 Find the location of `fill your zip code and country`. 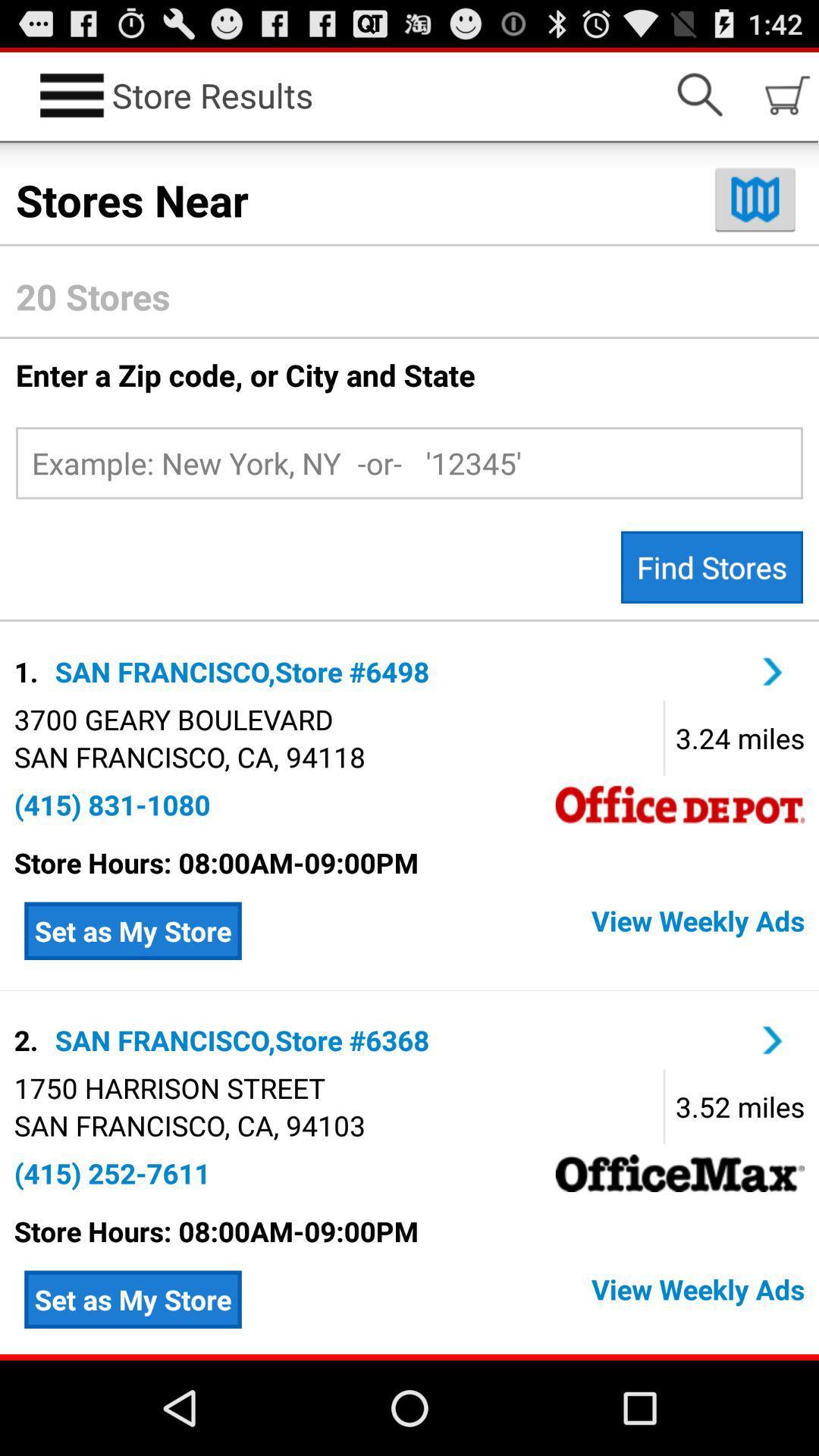

fill your zip code and country is located at coordinates (409, 462).